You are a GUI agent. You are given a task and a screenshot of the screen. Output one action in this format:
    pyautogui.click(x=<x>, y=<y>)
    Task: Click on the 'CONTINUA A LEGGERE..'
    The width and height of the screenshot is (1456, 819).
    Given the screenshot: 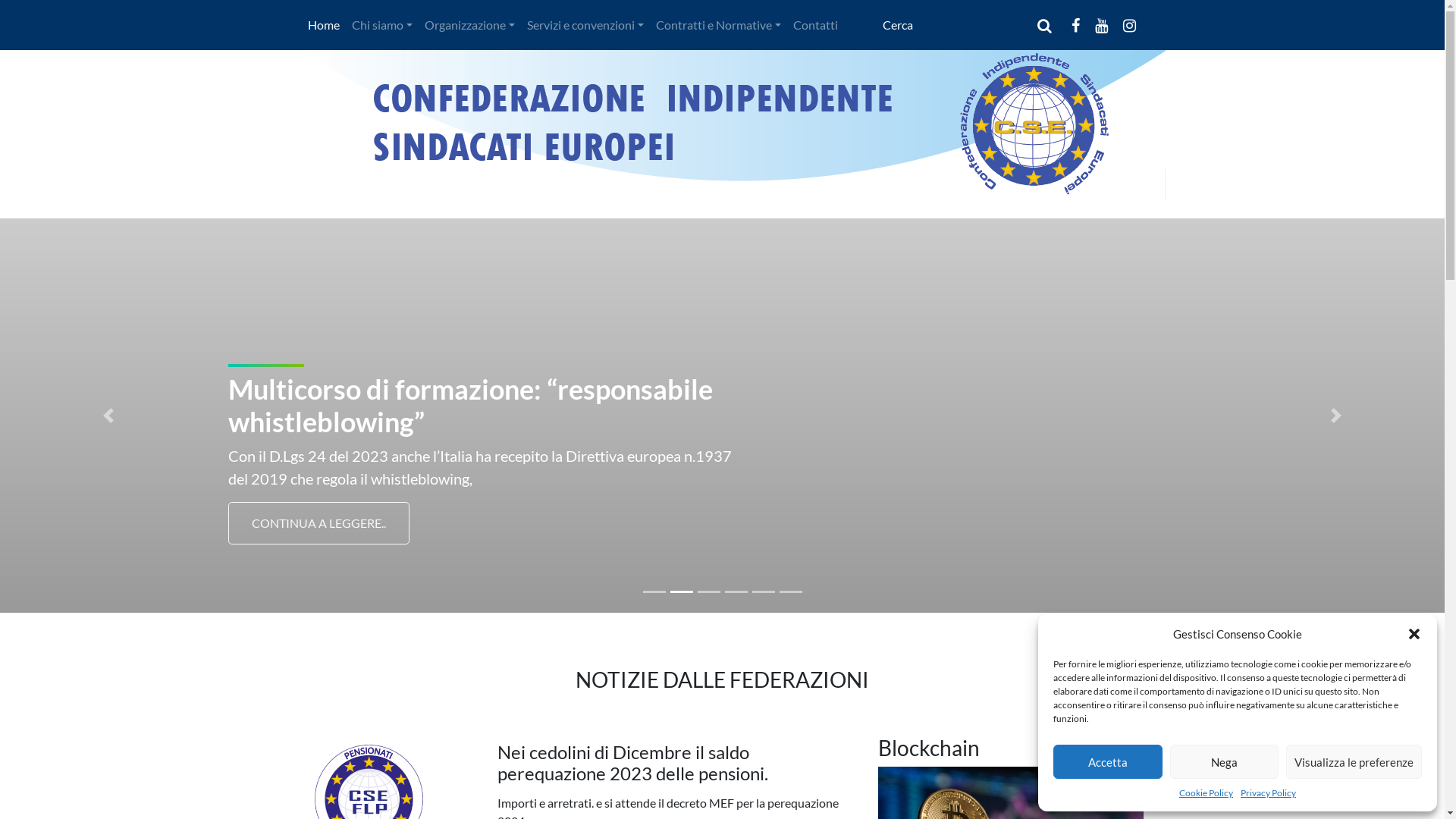 What is the action you would take?
    pyautogui.click(x=227, y=522)
    